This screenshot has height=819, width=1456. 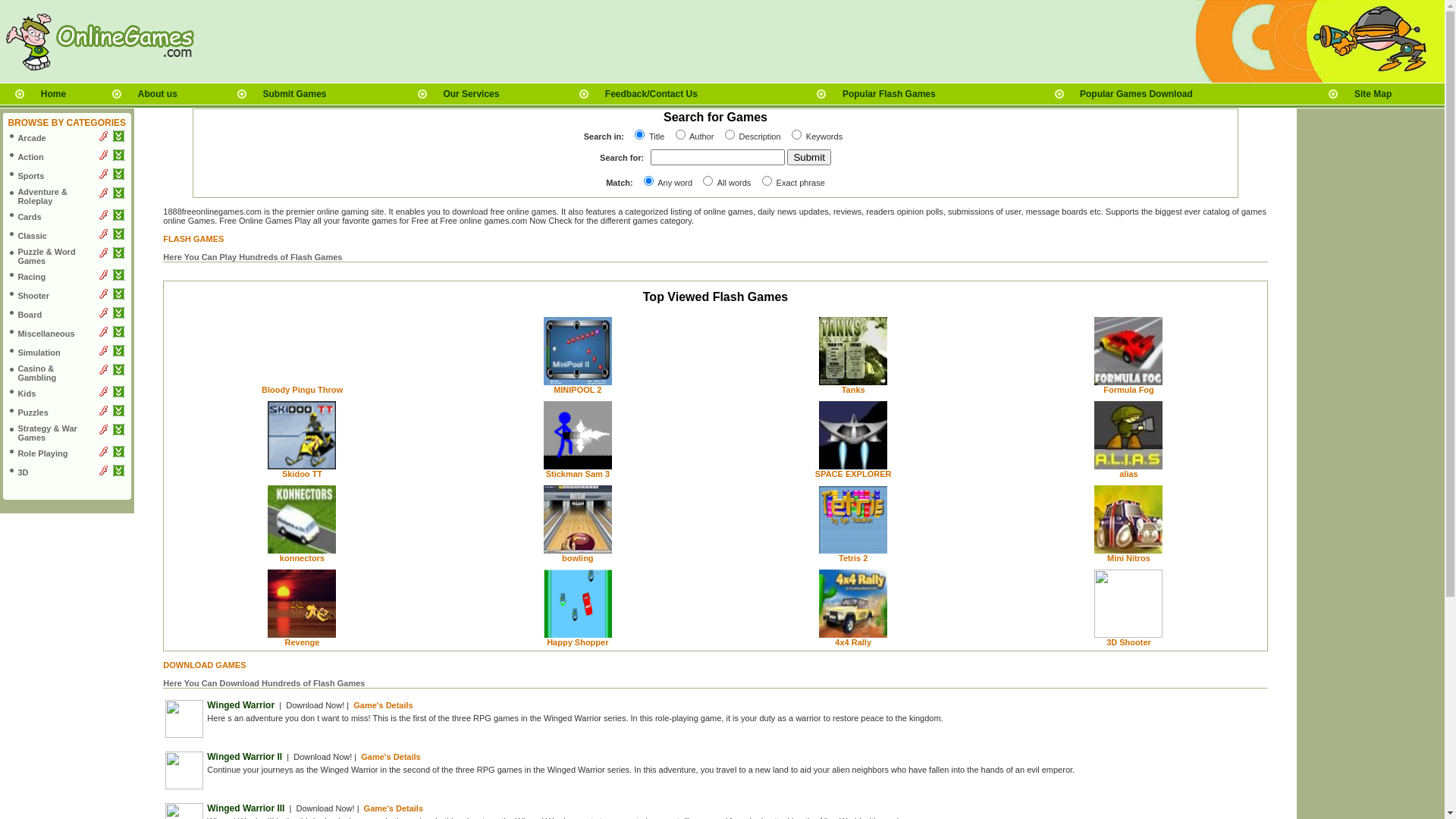 I want to click on 'Play Sports Flash Games', so click(x=97, y=175).